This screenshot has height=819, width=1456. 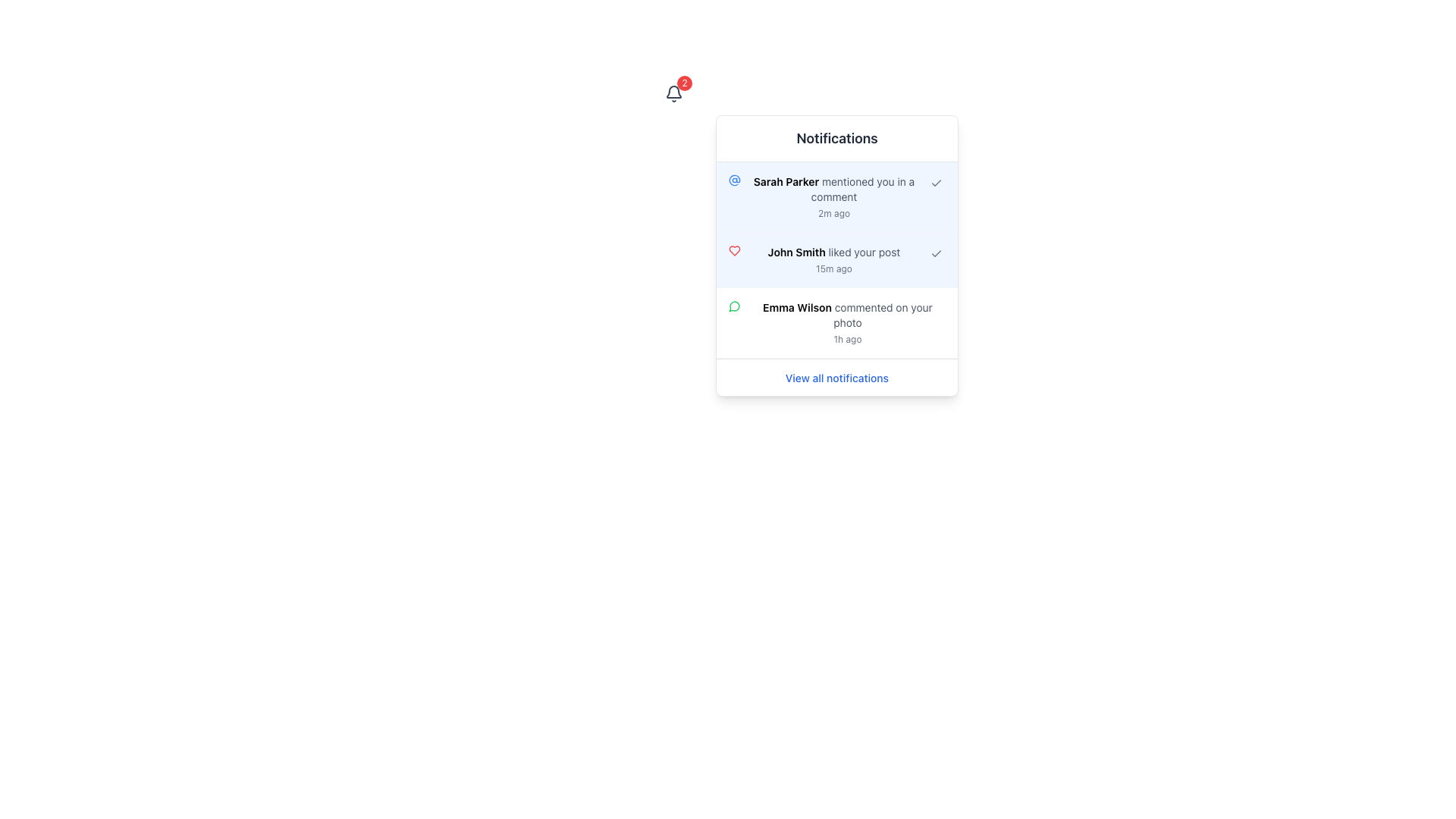 I want to click on the notification text element that reads 'Emma Wilson commented on your photo 1h ago', which is the third entry in the notification list, so click(x=847, y=322).